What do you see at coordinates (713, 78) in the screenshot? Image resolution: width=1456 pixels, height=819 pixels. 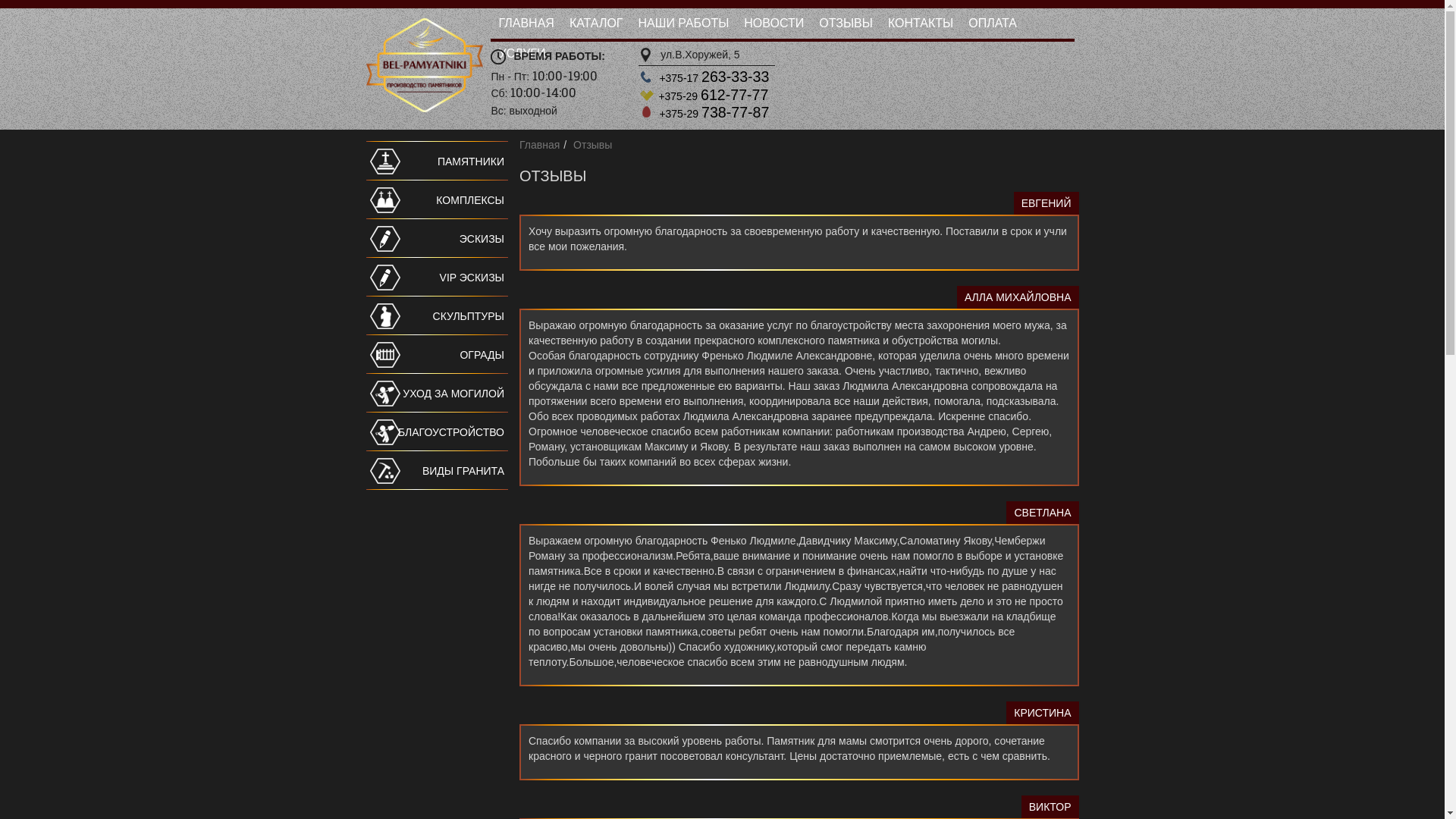 I see `'+375-17 263-33-33'` at bounding box center [713, 78].